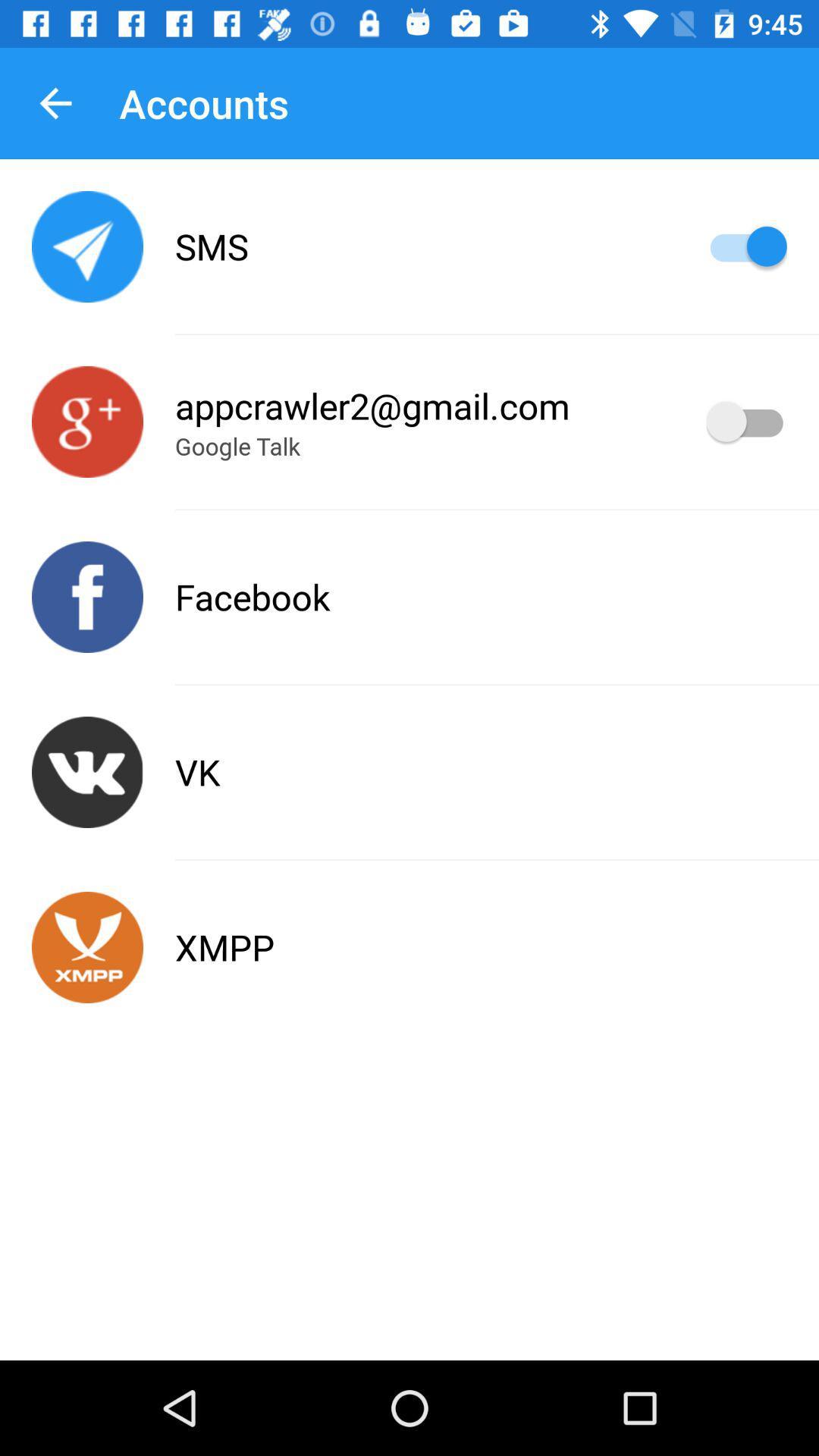 The image size is (819, 1456). Describe the element at coordinates (87, 422) in the screenshot. I see `application link` at that location.